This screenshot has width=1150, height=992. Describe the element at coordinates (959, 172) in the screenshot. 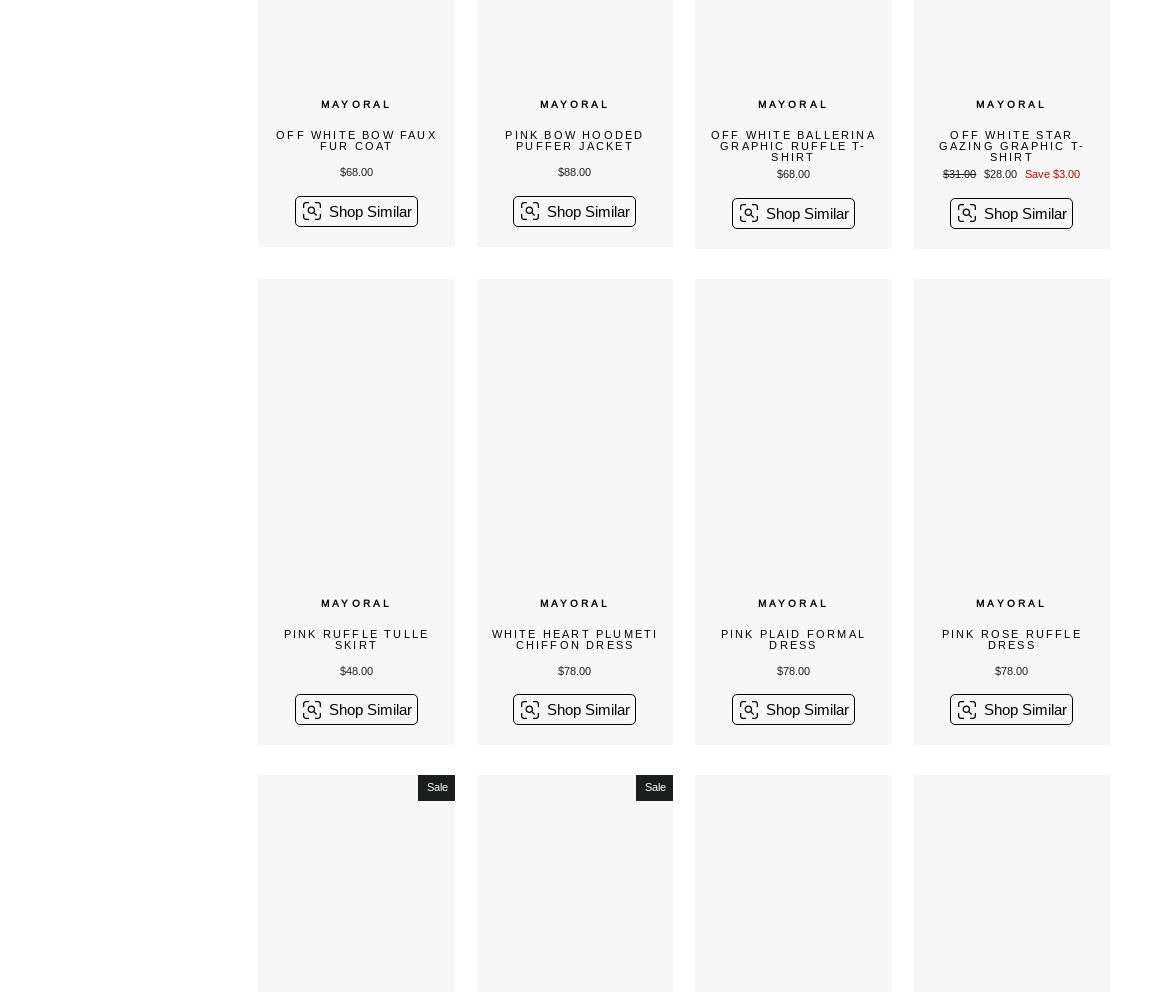

I see `'$31.00'` at that location.